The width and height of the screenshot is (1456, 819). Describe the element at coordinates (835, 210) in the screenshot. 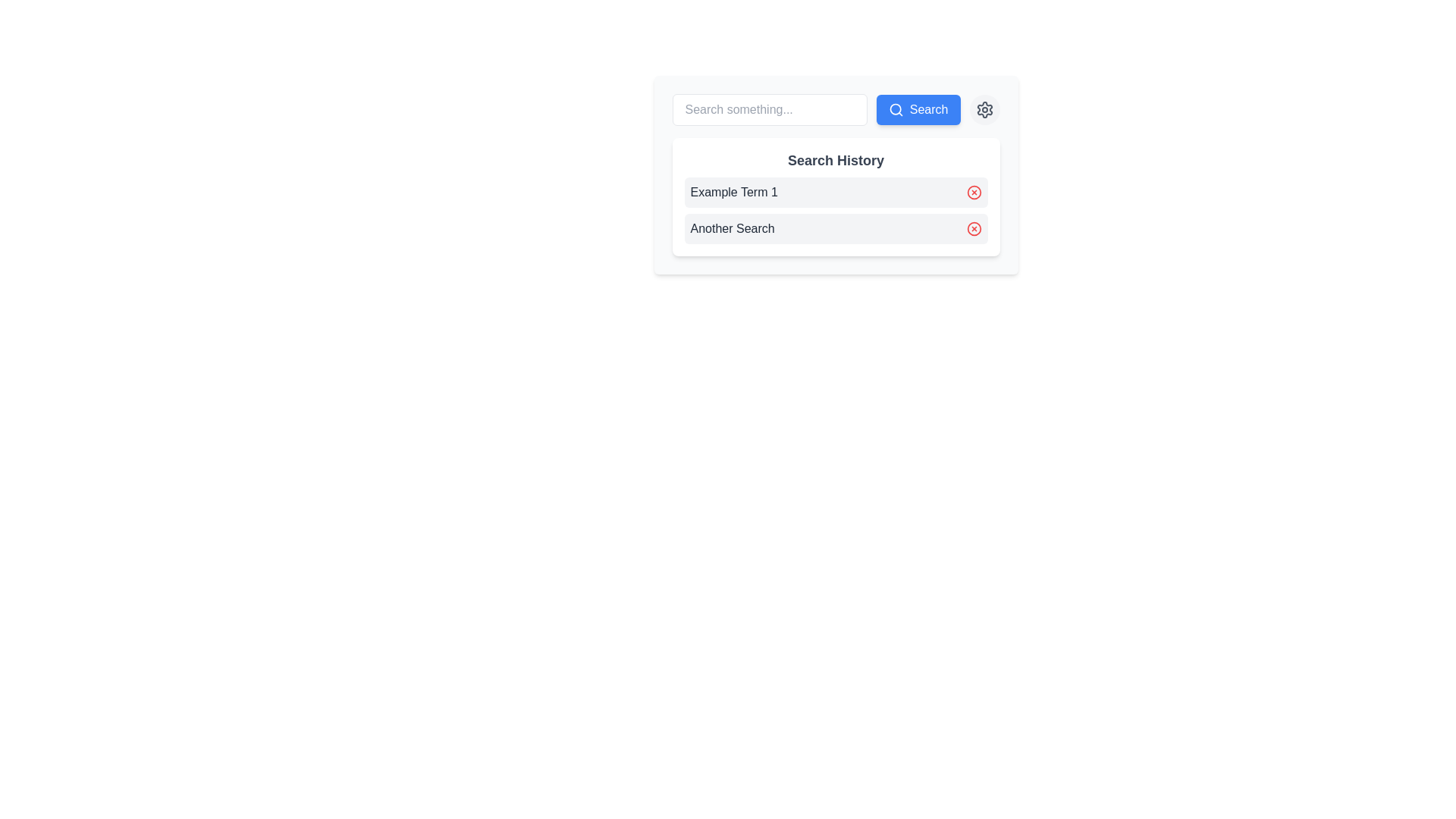

I see `the red delete icon of the search history term within the interactive list items grouped under the 'Search History' title` at that location.